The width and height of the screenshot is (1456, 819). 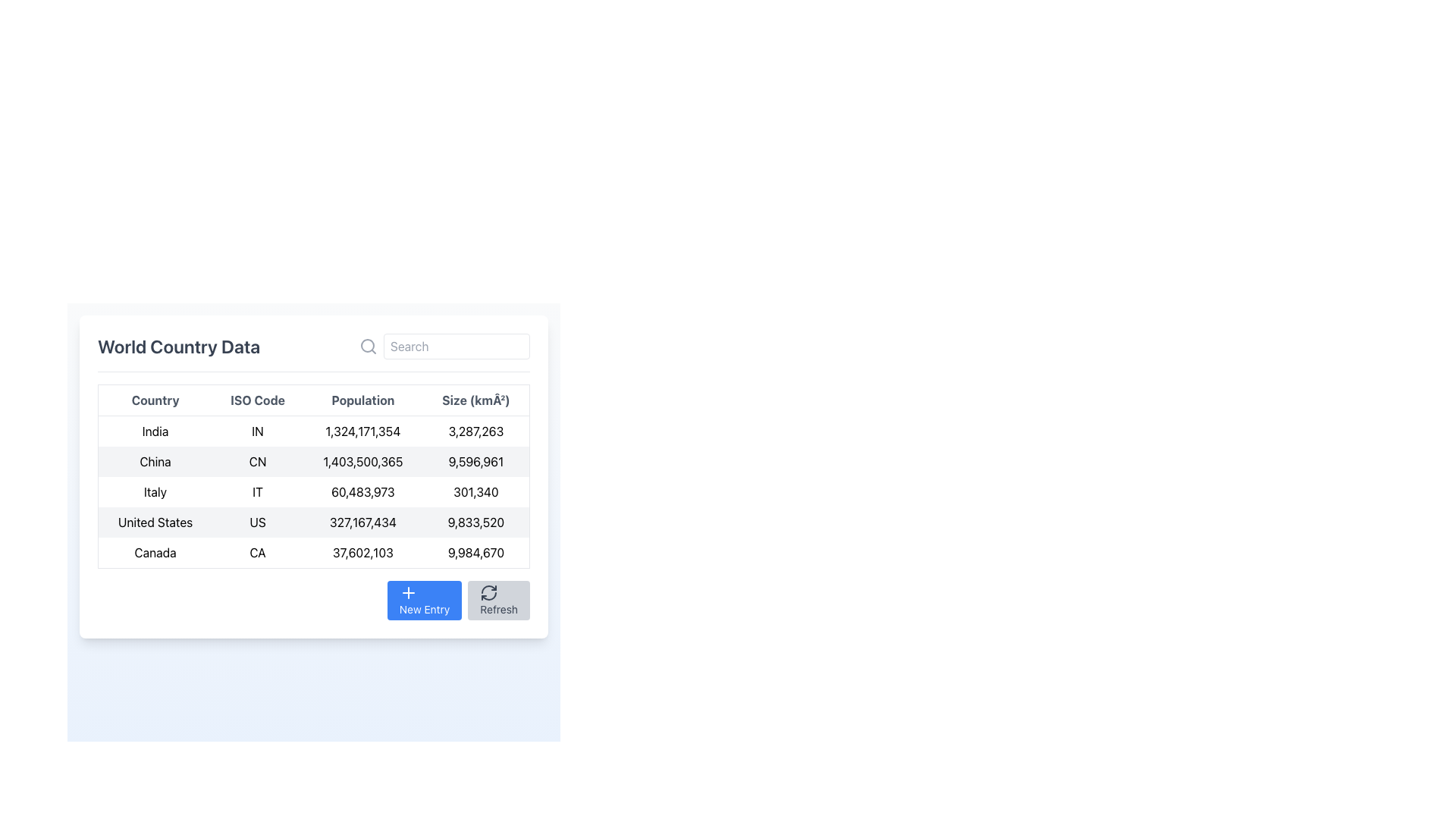 What do you see at coordinates (475, 400) in the screenshot?
I see `the 'Size (km²)' column header label in the table, which is the fourth column header located to the right of the 'Population' column` at bounding box center [475, 400].